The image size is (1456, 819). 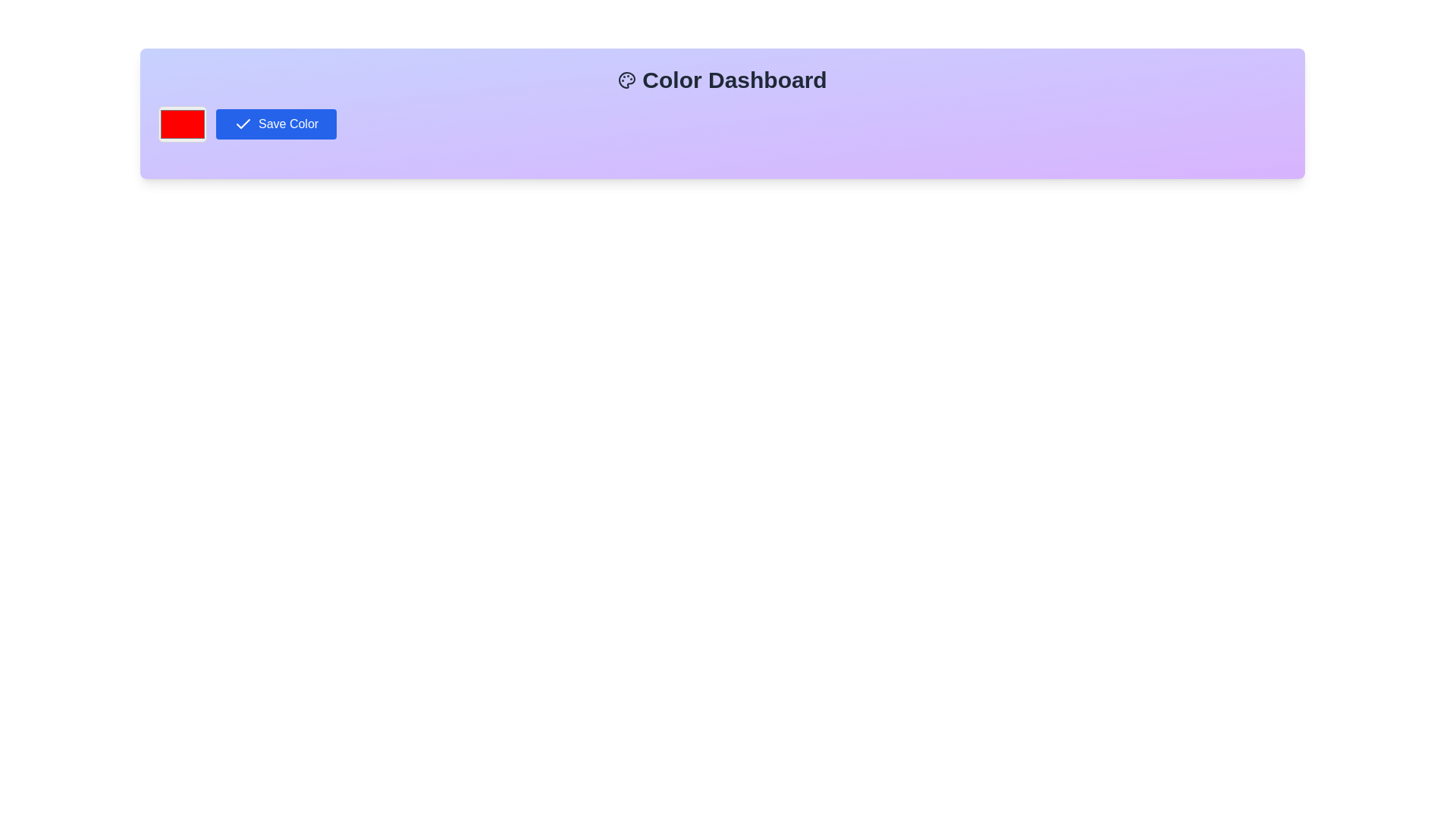 I want to click on the decorative icon associated with the 'Color Dashboard' heading, so click(x=627, y=80).